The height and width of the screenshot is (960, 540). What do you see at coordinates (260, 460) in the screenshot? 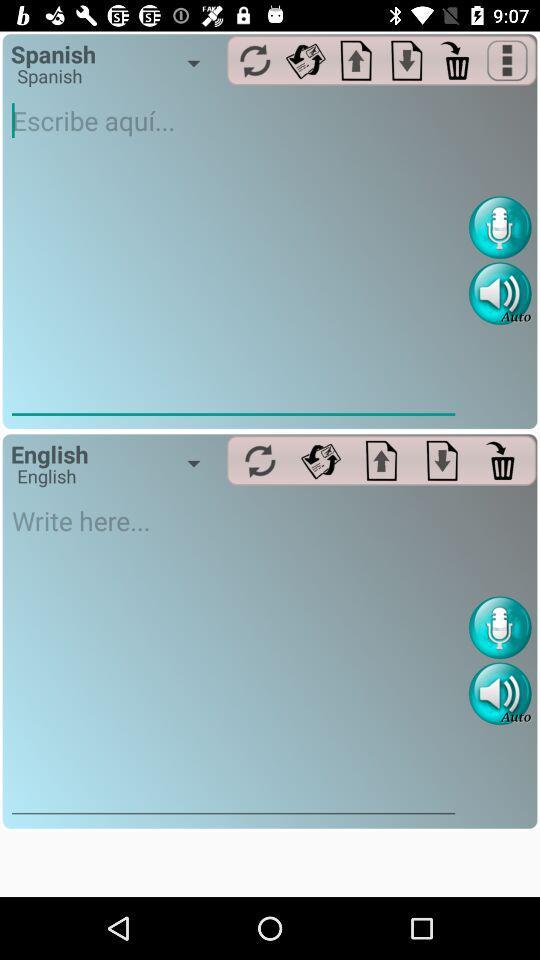
I see `all` at bounding box center [260, 460].